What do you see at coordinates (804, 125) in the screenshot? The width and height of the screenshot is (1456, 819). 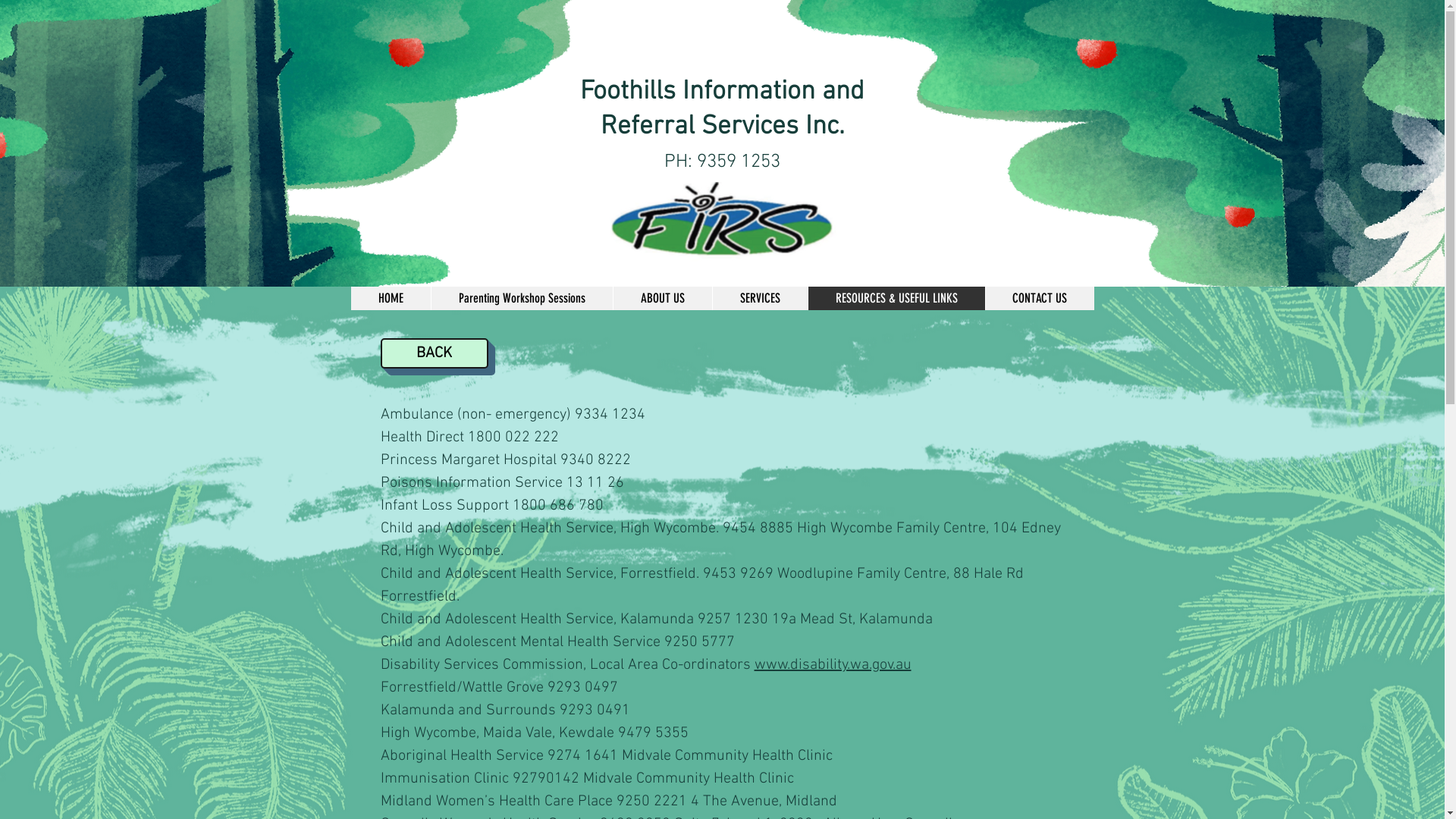 I see `'Inc.'` at bounding box center [804, 125].